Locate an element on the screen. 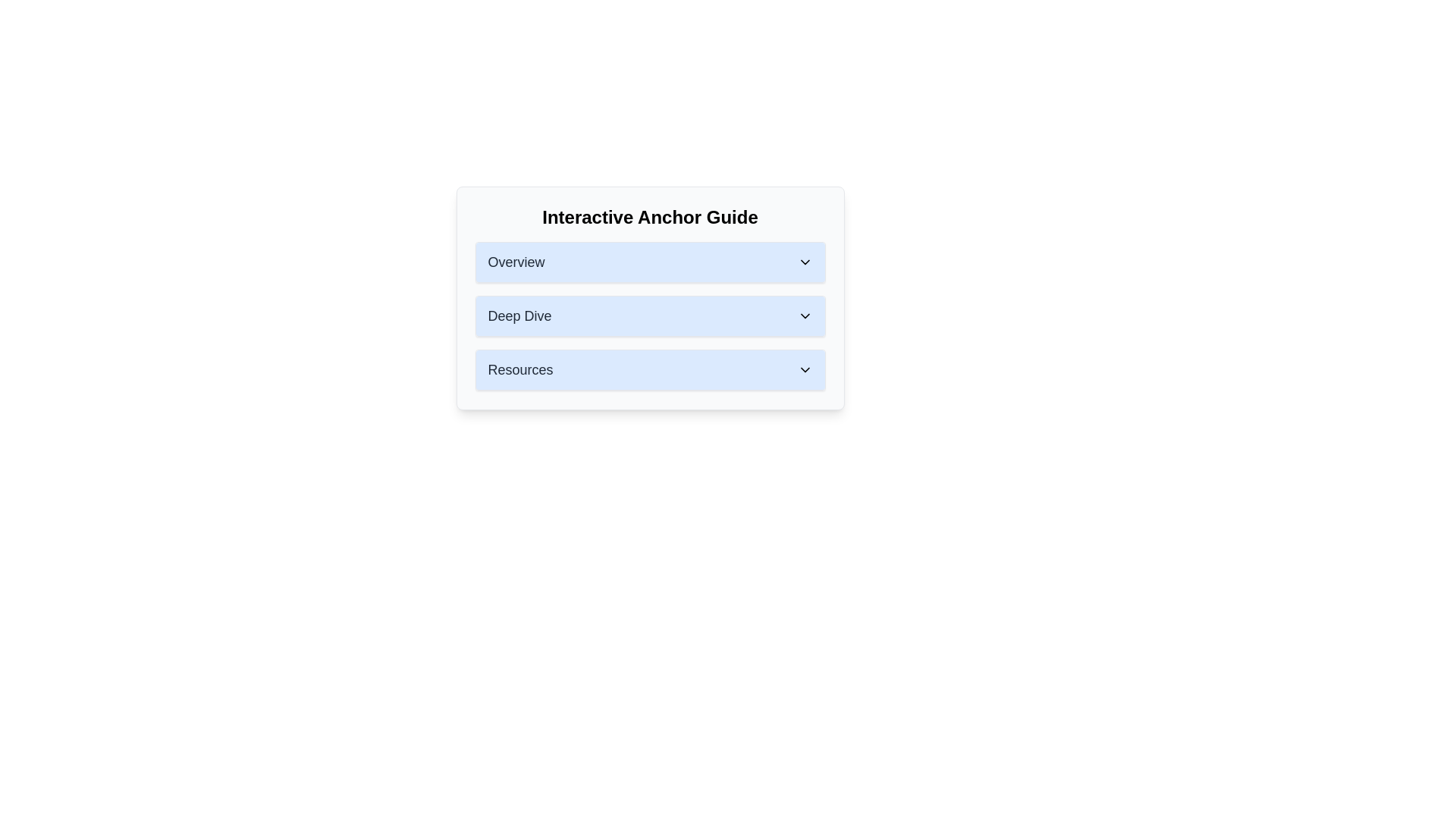 The image size is (1456, 819). the central accordion menu element titled 'Interactive Anchor Guide', which serves as a navigational guide or organized list of sections is located at coordinates (650, 298).